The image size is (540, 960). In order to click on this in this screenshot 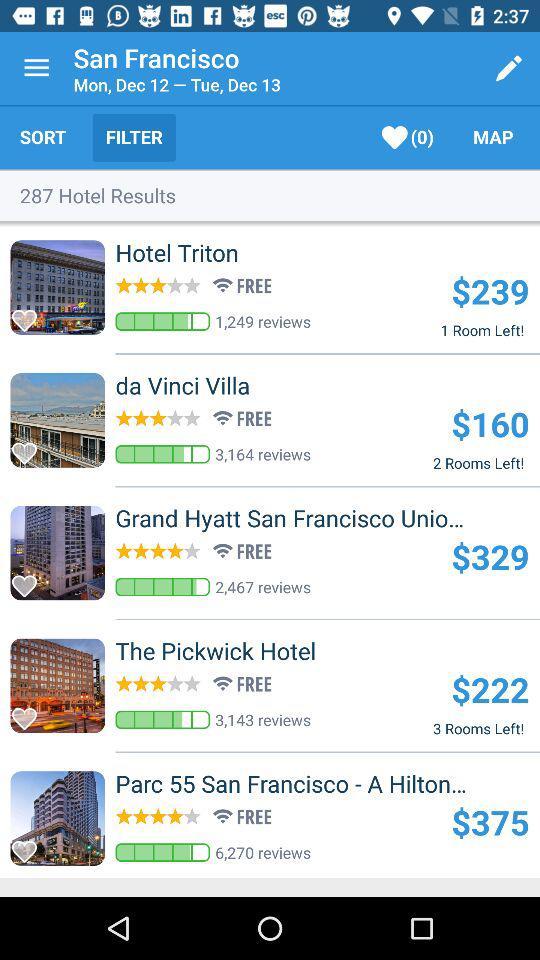, I will do `click(29, 447)`.